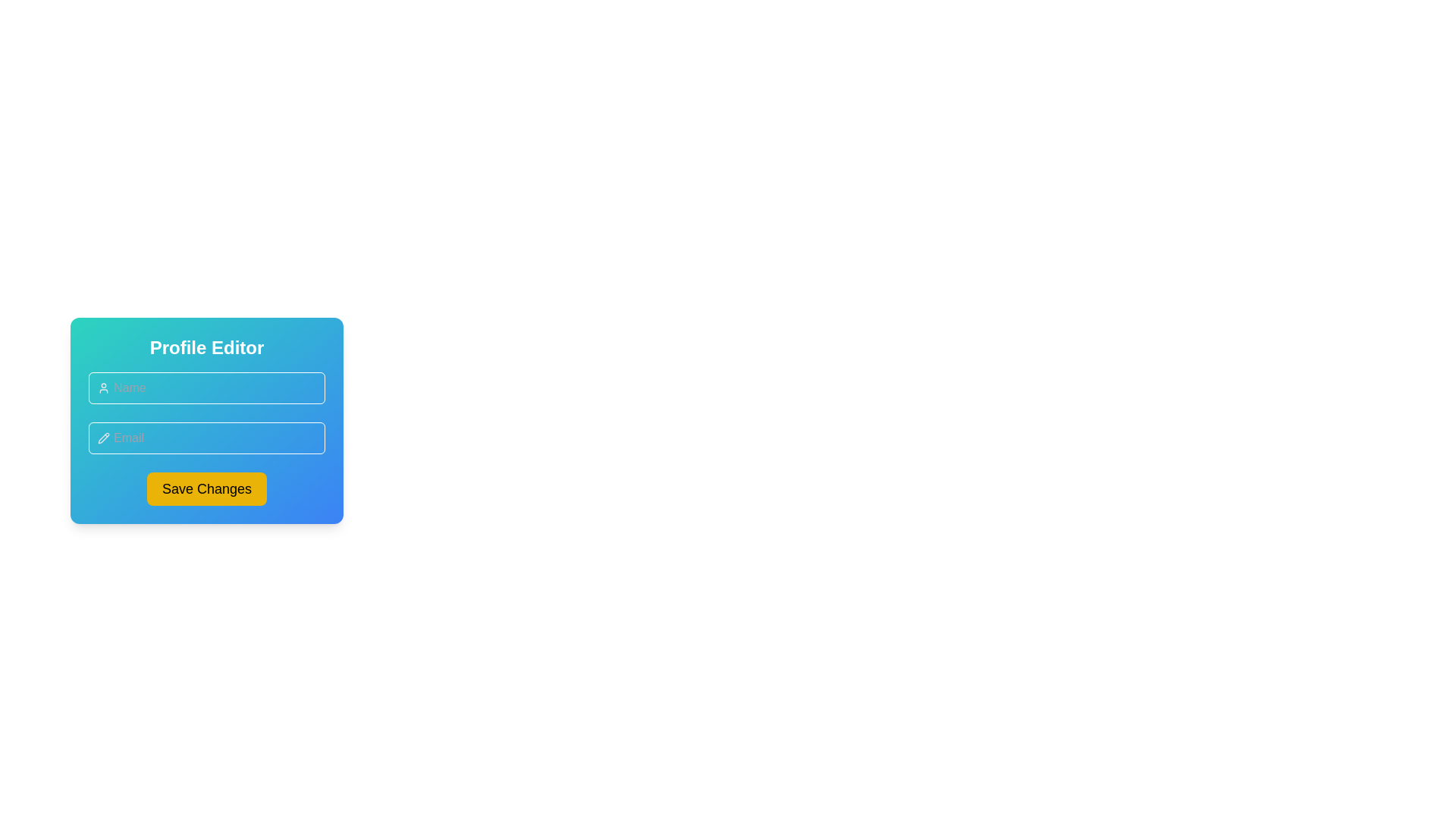 This screenshot has width=1456, height=819. What do you see at coordinates (103, 388) in the screenshot?
I see `the SVG Icon that indicates the input field for entering a user's name, positioned to the left of the Name label input field` at bounding box center [103, 388].